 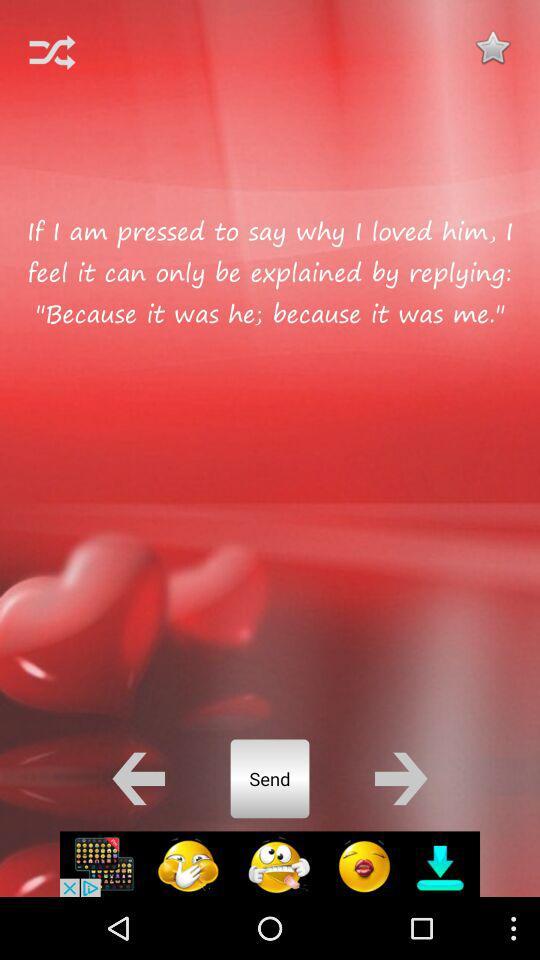 I want to click on previous, so click(x=137, y=777).